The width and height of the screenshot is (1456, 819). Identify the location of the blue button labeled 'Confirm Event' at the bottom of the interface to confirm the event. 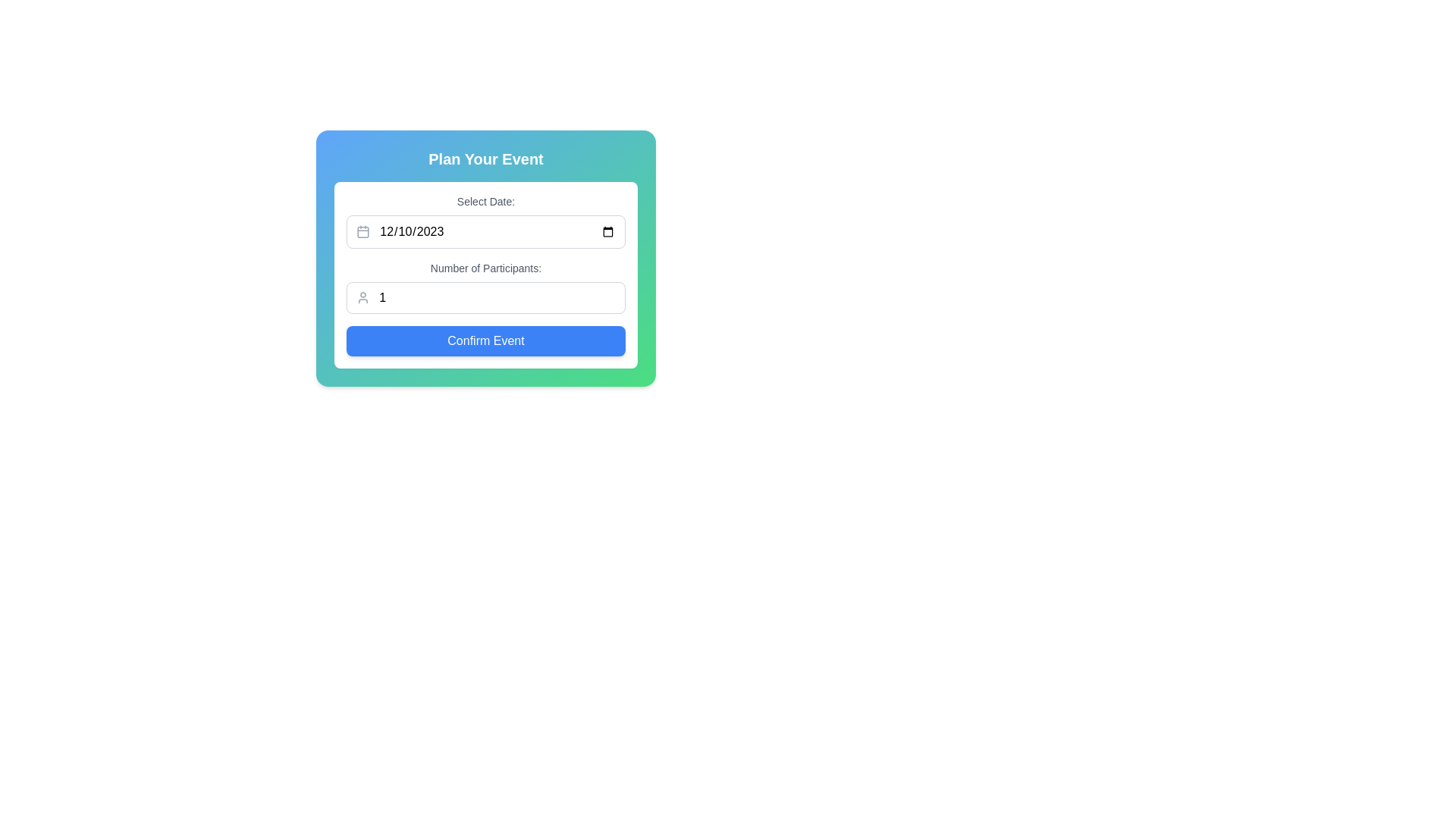
(486, 341).